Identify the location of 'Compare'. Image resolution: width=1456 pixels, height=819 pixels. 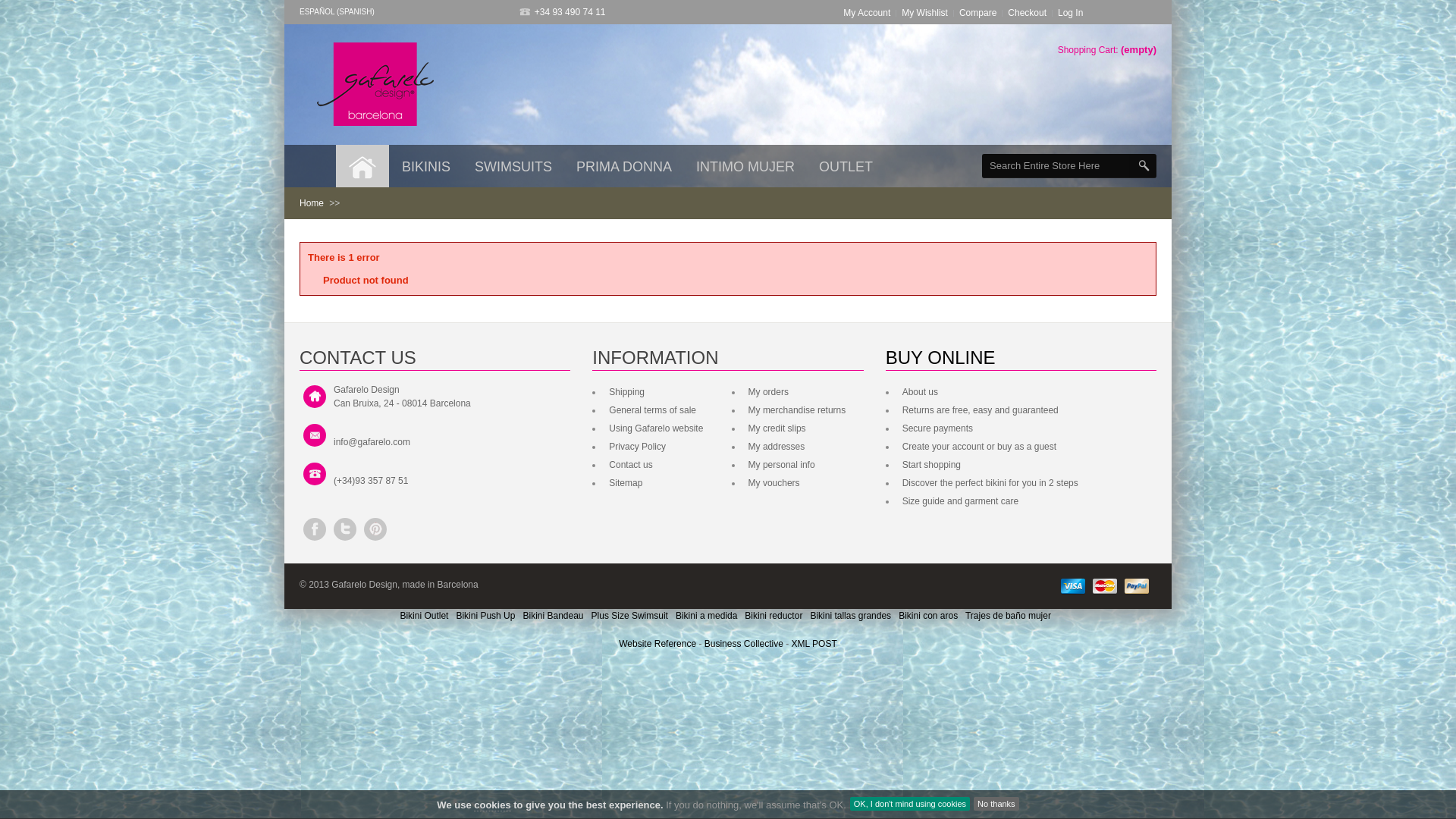
(977, 12).